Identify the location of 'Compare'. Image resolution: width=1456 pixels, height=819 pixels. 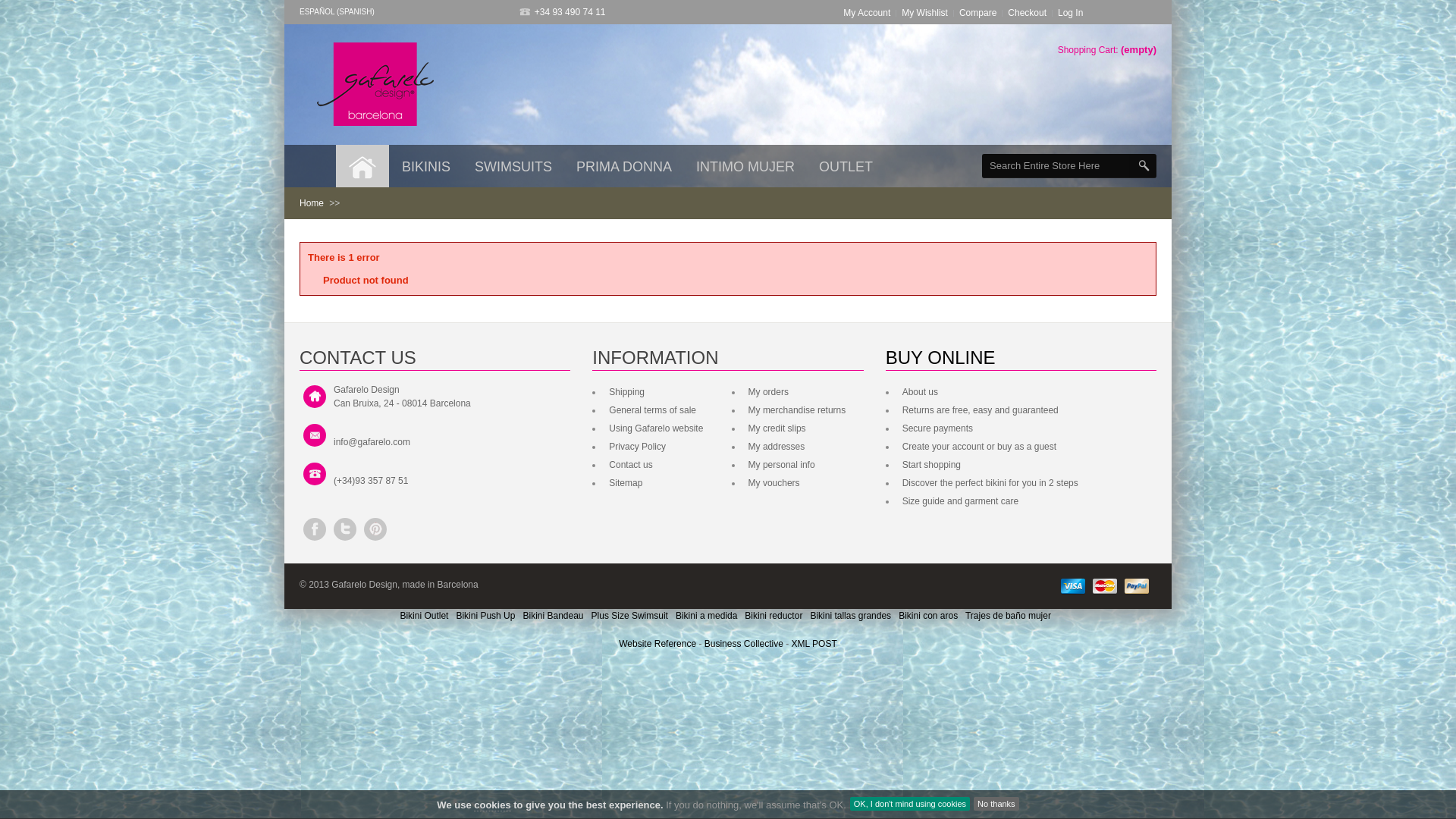
(977, 12).